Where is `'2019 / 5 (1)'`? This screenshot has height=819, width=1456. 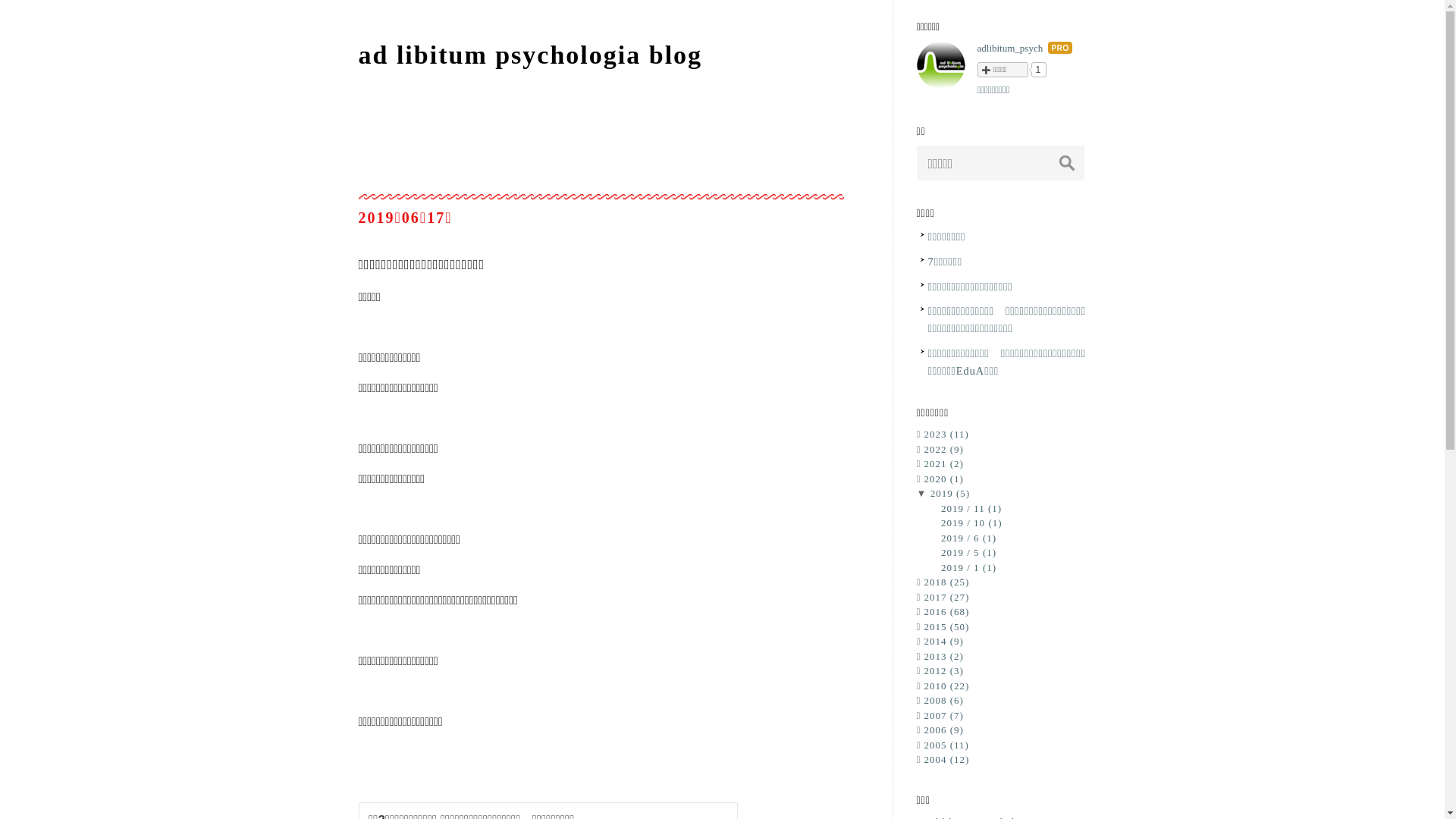 '2019 / 5 (1)' is located at coordinates (968, 552).